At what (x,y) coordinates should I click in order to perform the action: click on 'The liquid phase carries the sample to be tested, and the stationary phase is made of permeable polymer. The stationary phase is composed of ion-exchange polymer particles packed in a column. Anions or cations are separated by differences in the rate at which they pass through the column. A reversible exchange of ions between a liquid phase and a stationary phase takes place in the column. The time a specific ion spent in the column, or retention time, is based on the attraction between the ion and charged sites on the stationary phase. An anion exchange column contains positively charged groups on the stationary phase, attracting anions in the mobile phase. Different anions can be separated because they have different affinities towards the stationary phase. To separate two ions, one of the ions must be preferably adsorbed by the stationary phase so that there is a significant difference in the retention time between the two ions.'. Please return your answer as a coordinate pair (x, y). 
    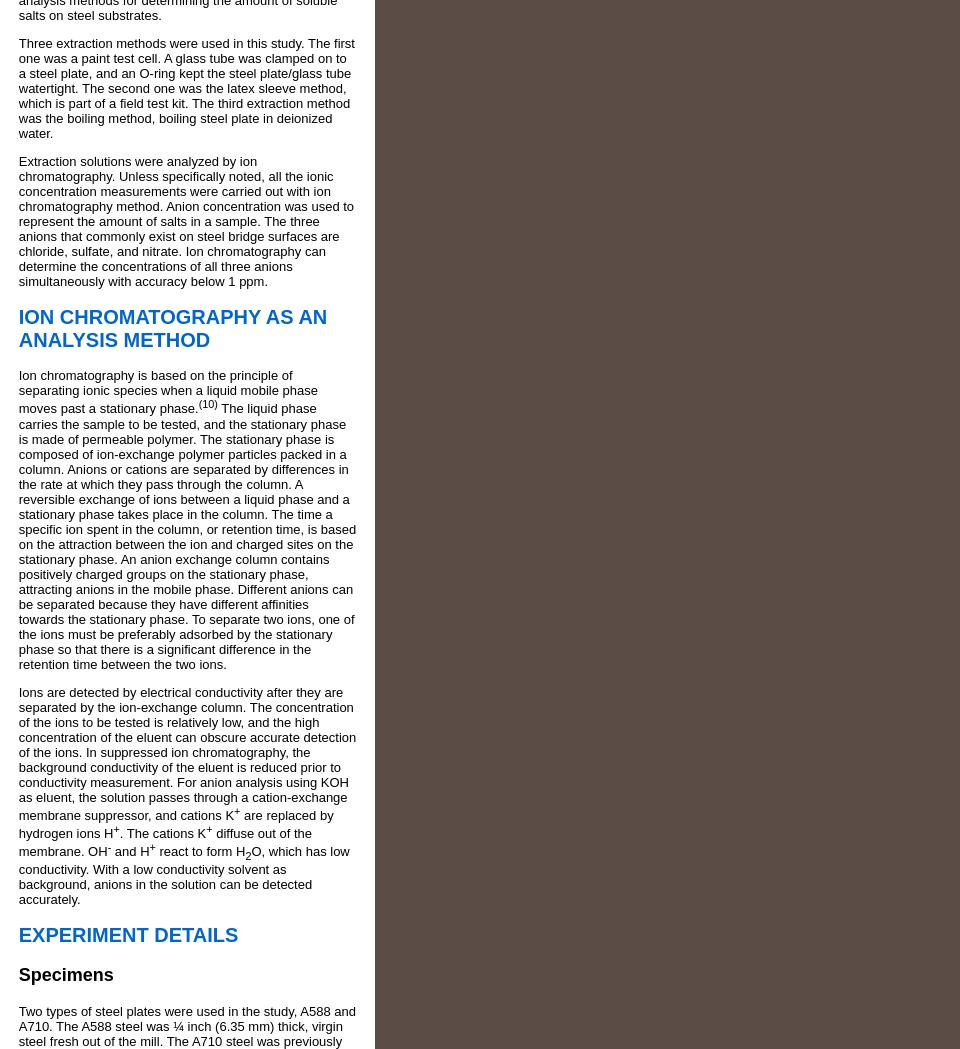
    Looking at the image, I should click on (187, 536).